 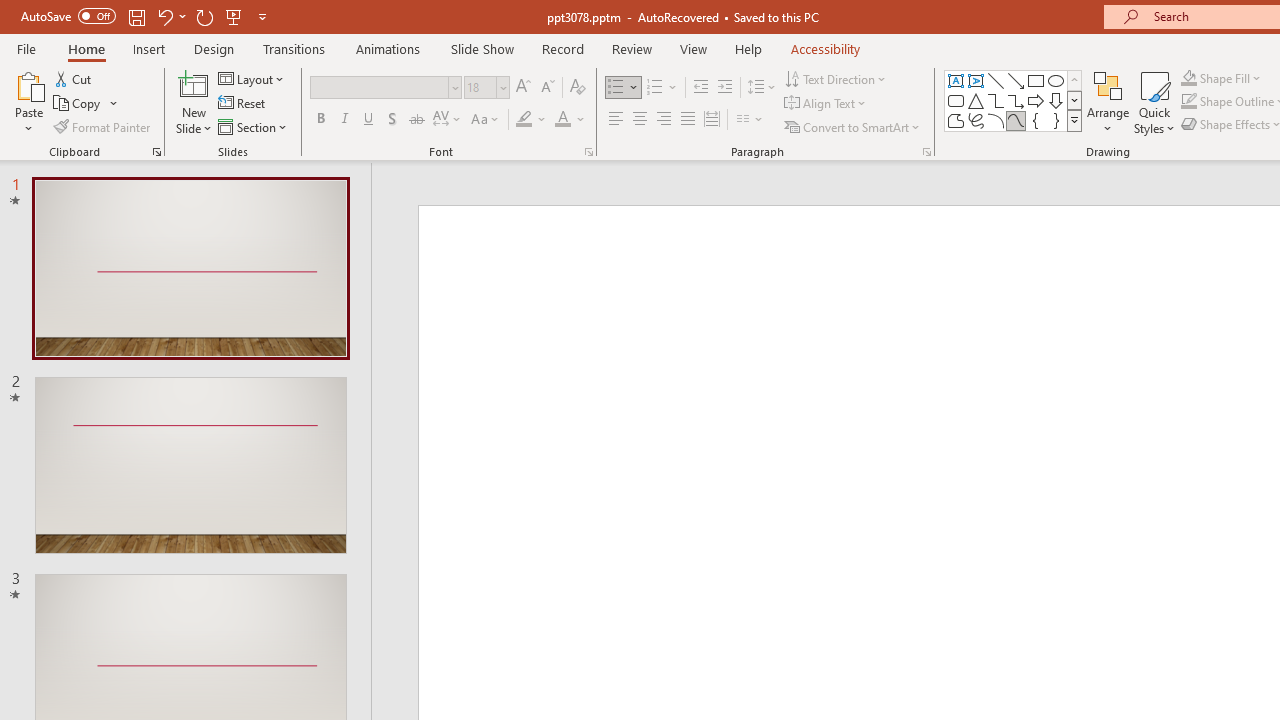 What do you see at coordinates (724, 86) in the screenshot?
I see `'Increase Indent'` at bounding box center [724, 86].